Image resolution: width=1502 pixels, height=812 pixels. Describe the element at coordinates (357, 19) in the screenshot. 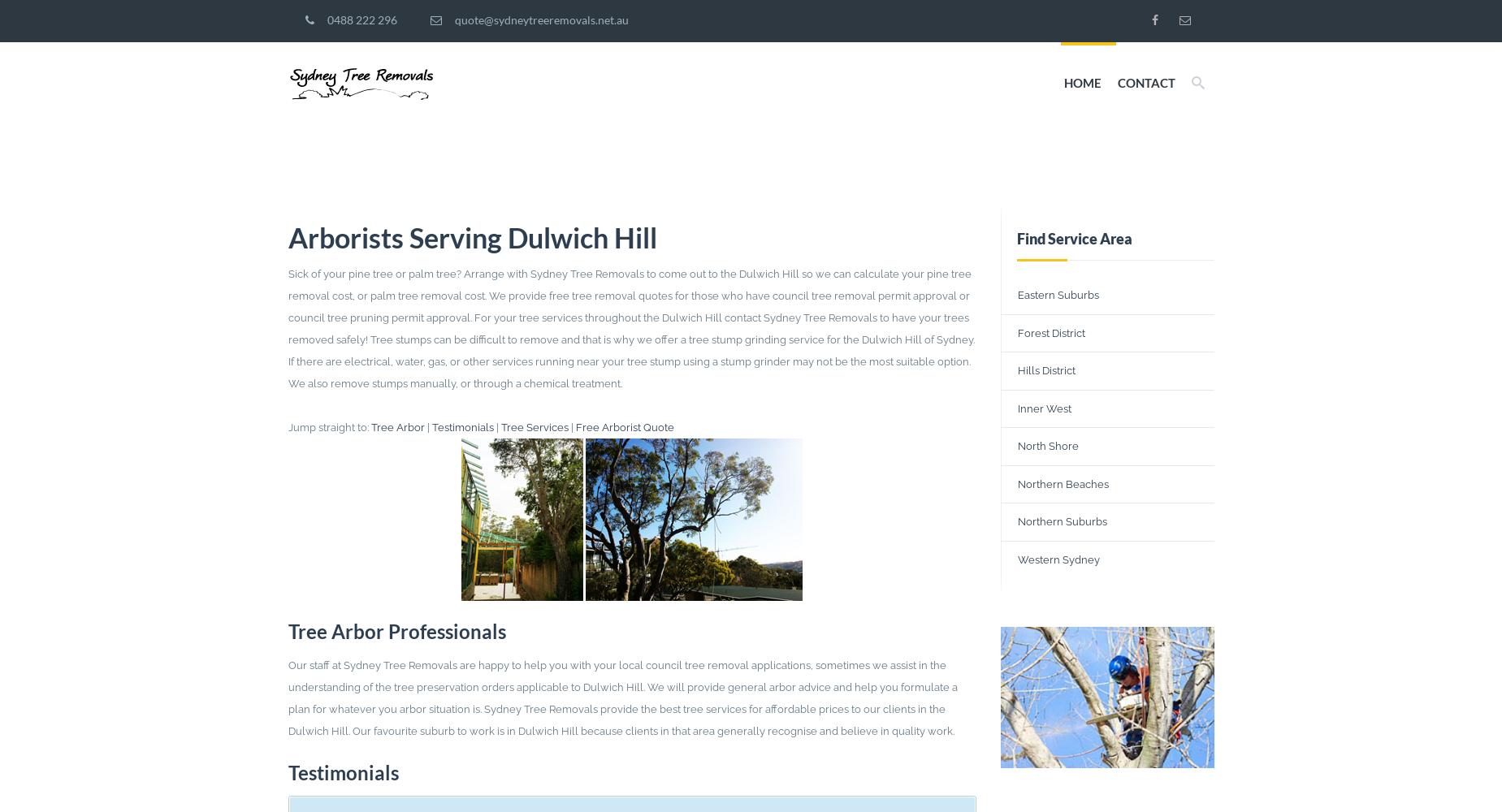

I see `'0488 222 296'` at that location.